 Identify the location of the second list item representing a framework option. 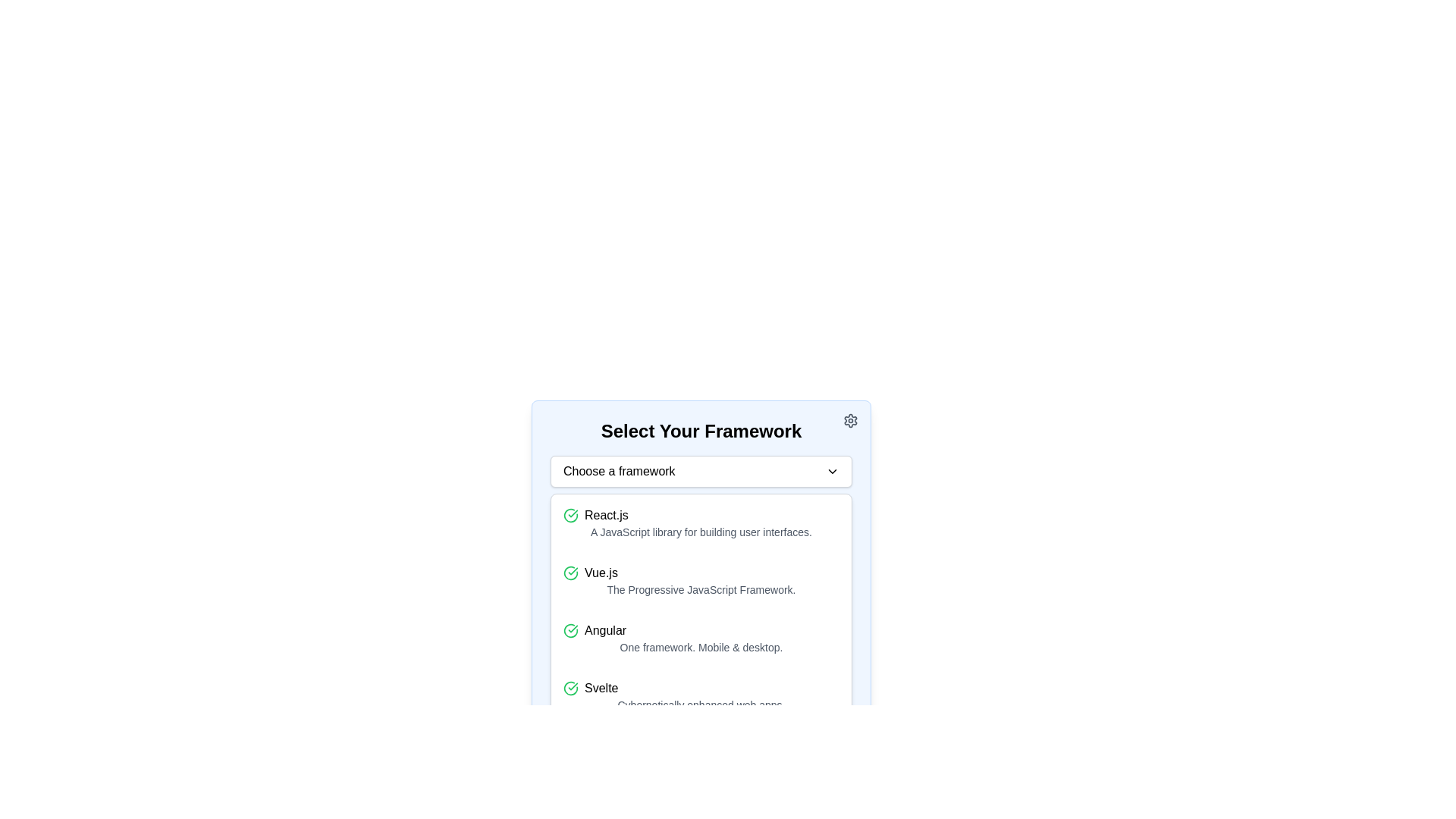
(701, 580).